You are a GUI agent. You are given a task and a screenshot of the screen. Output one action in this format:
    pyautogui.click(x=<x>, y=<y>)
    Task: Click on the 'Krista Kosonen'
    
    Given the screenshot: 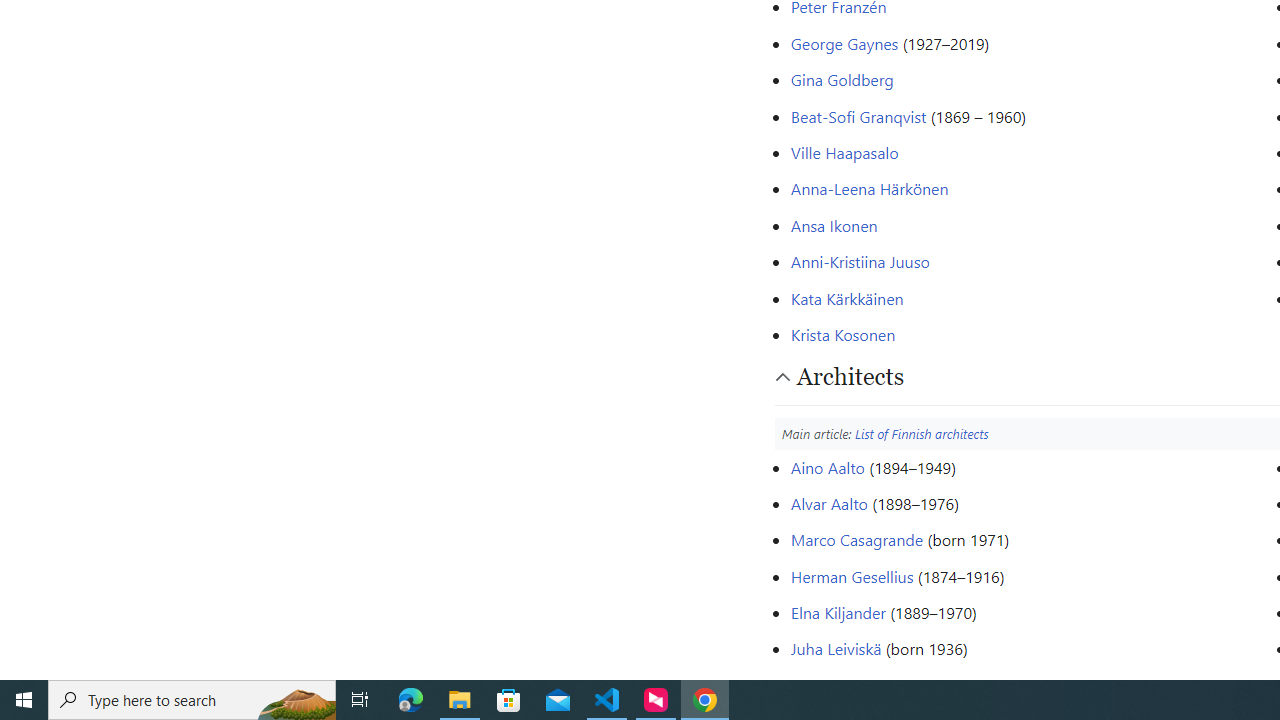 What is the action you would take?
    pyautogui.click(x=842, y=333)
    